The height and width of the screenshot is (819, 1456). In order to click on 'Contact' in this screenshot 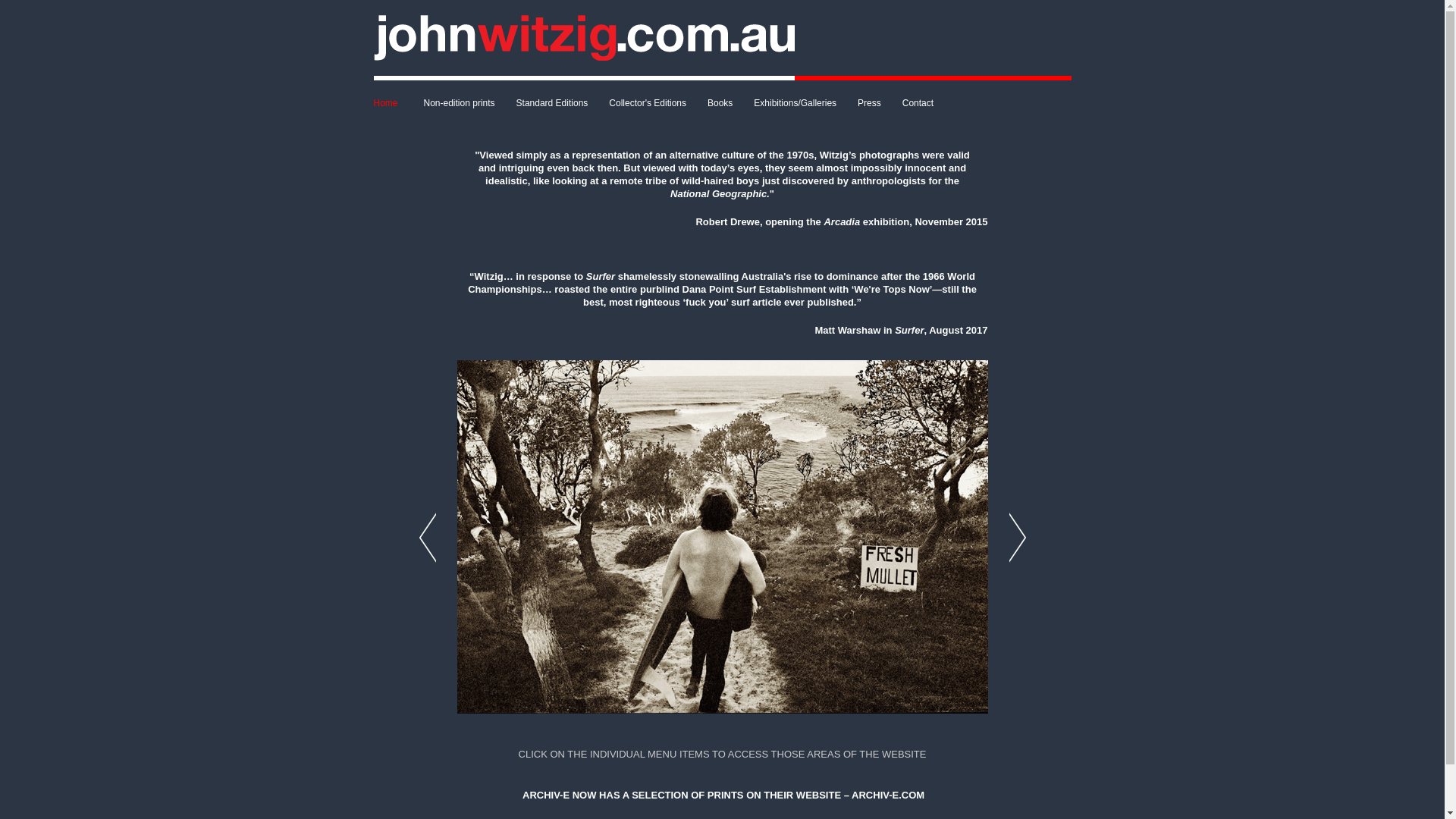, I will do `click(917, 102)`.